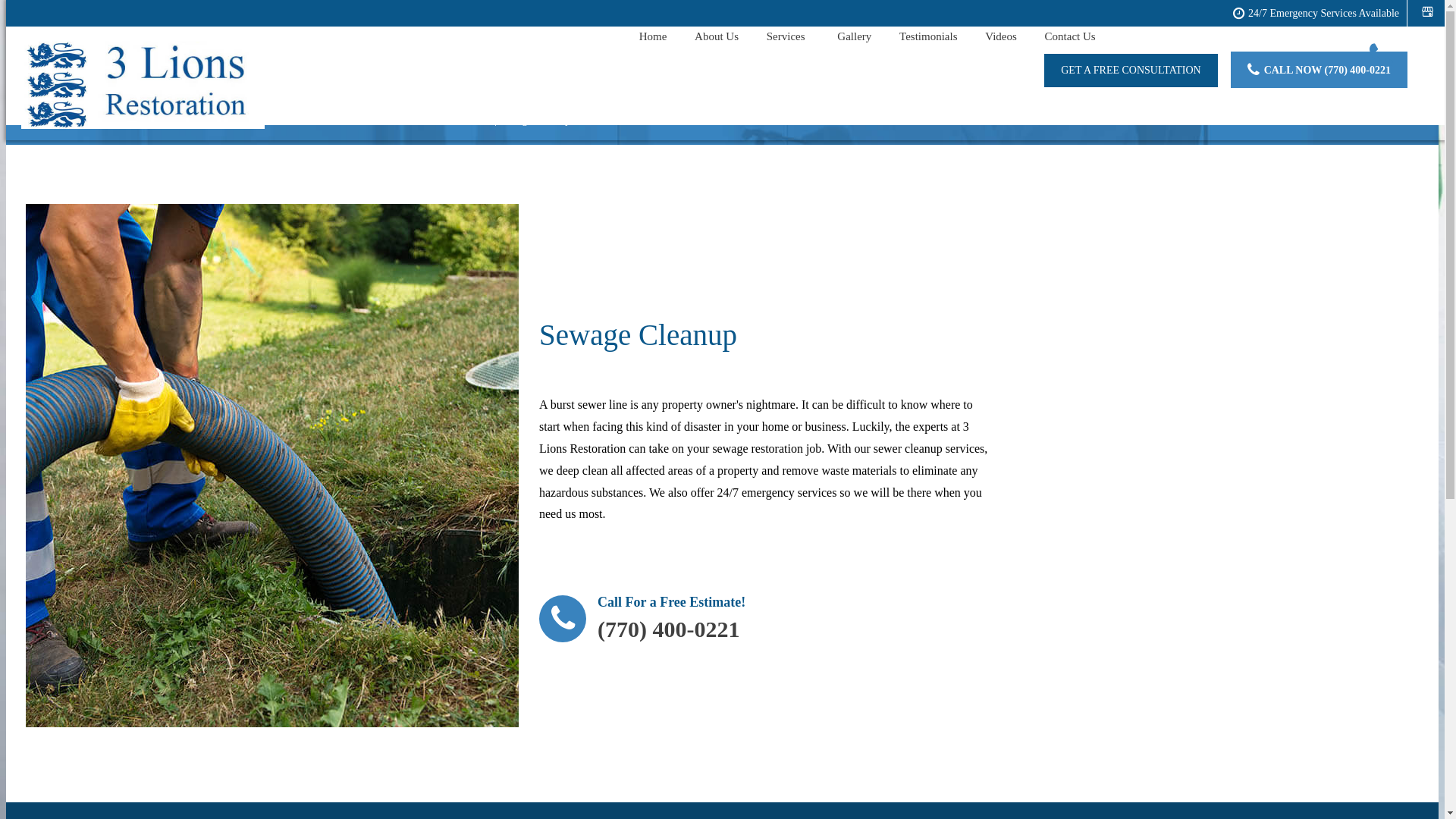 The height and width of the screenshot is (819, 1456). I want to click on 'CALL NOW (770) 400-0221', so click(1318, 70).